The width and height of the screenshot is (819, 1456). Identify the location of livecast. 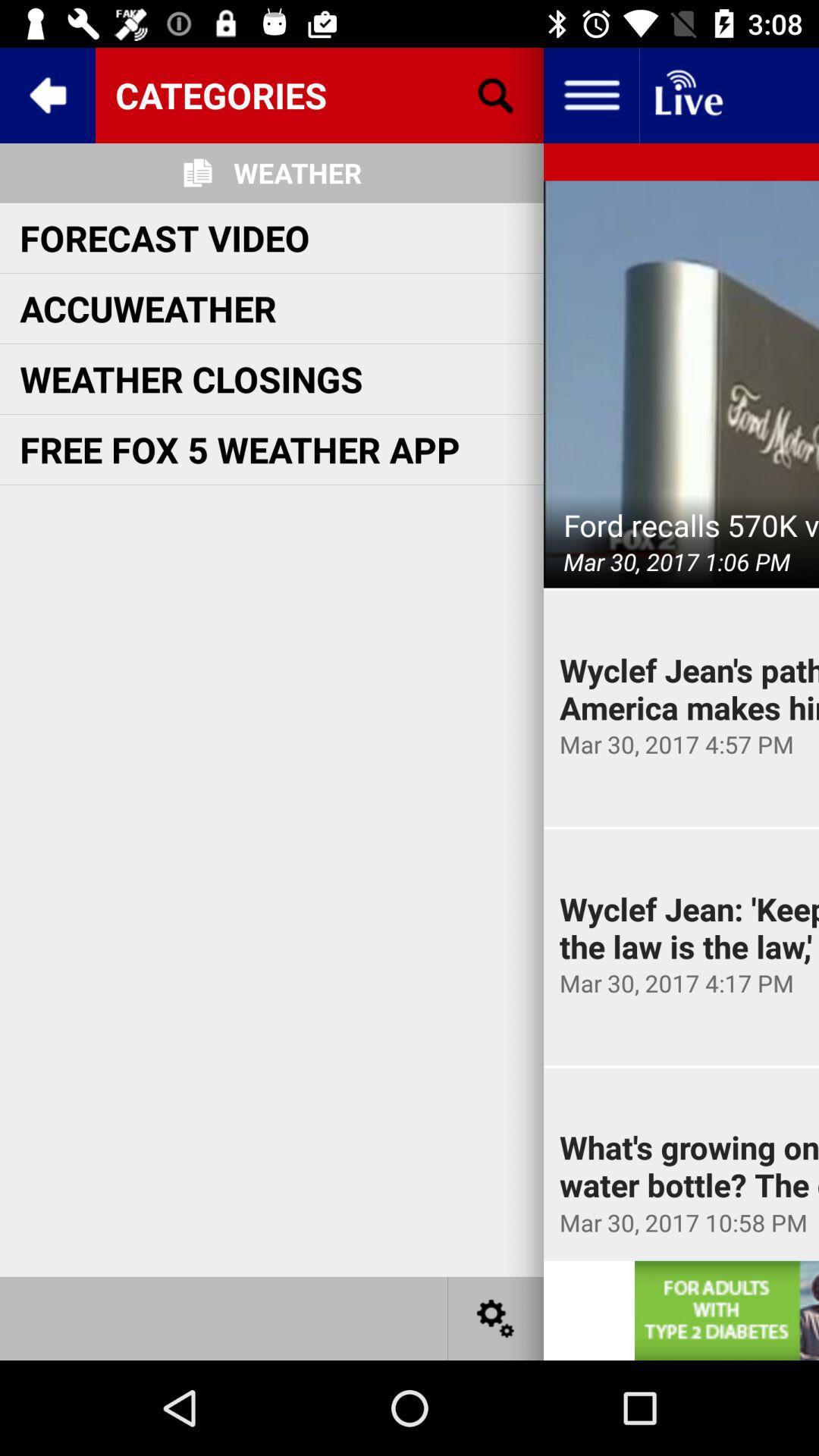
(687, 94).